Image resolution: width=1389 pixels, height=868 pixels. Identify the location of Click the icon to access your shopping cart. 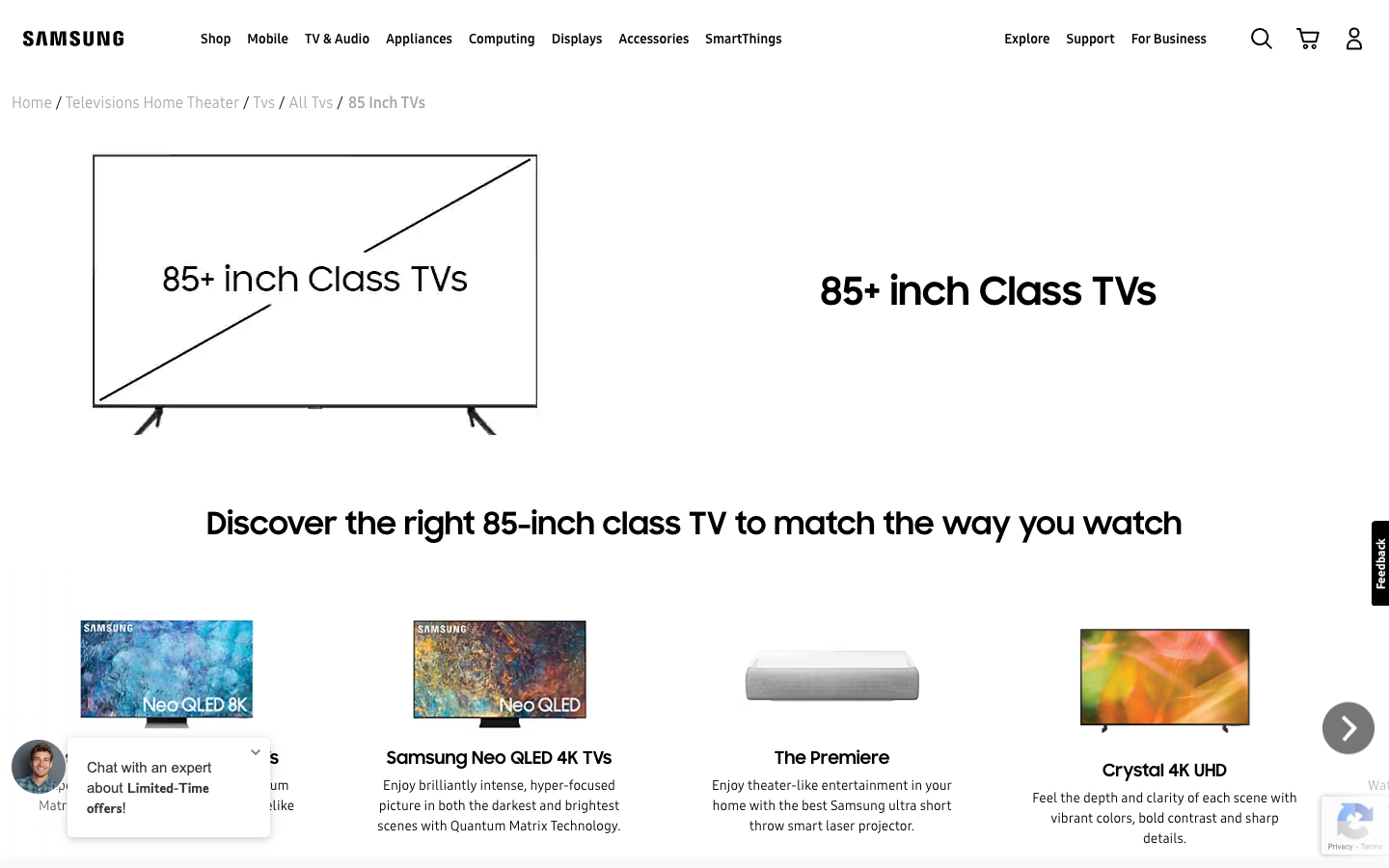
(1307, 37).